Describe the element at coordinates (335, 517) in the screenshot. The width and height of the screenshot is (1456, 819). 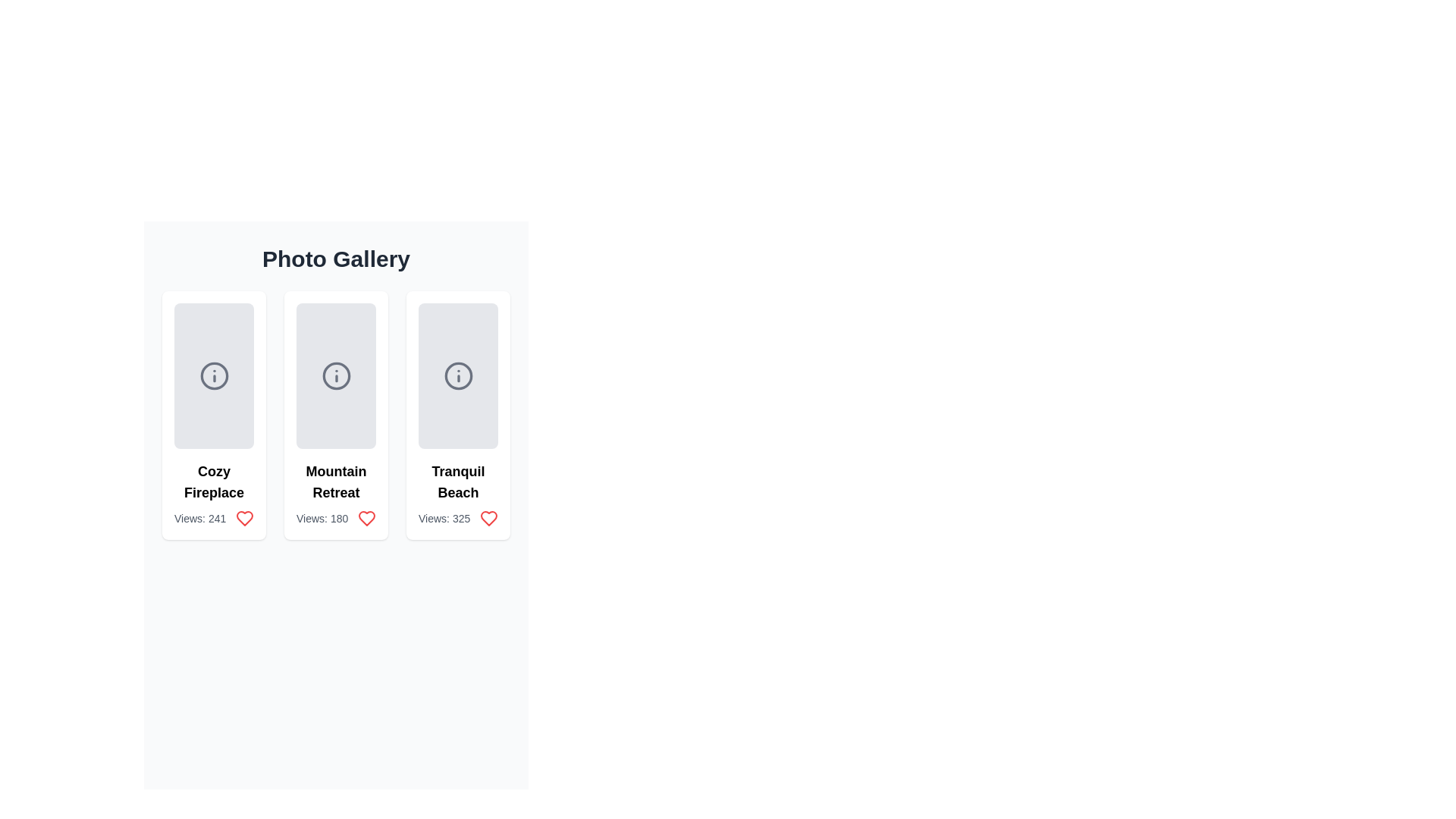
I see `the views text label for the item 'Mountain Retreat', which is located at the bottom section of the card and centered horizontally below the title` at that location.